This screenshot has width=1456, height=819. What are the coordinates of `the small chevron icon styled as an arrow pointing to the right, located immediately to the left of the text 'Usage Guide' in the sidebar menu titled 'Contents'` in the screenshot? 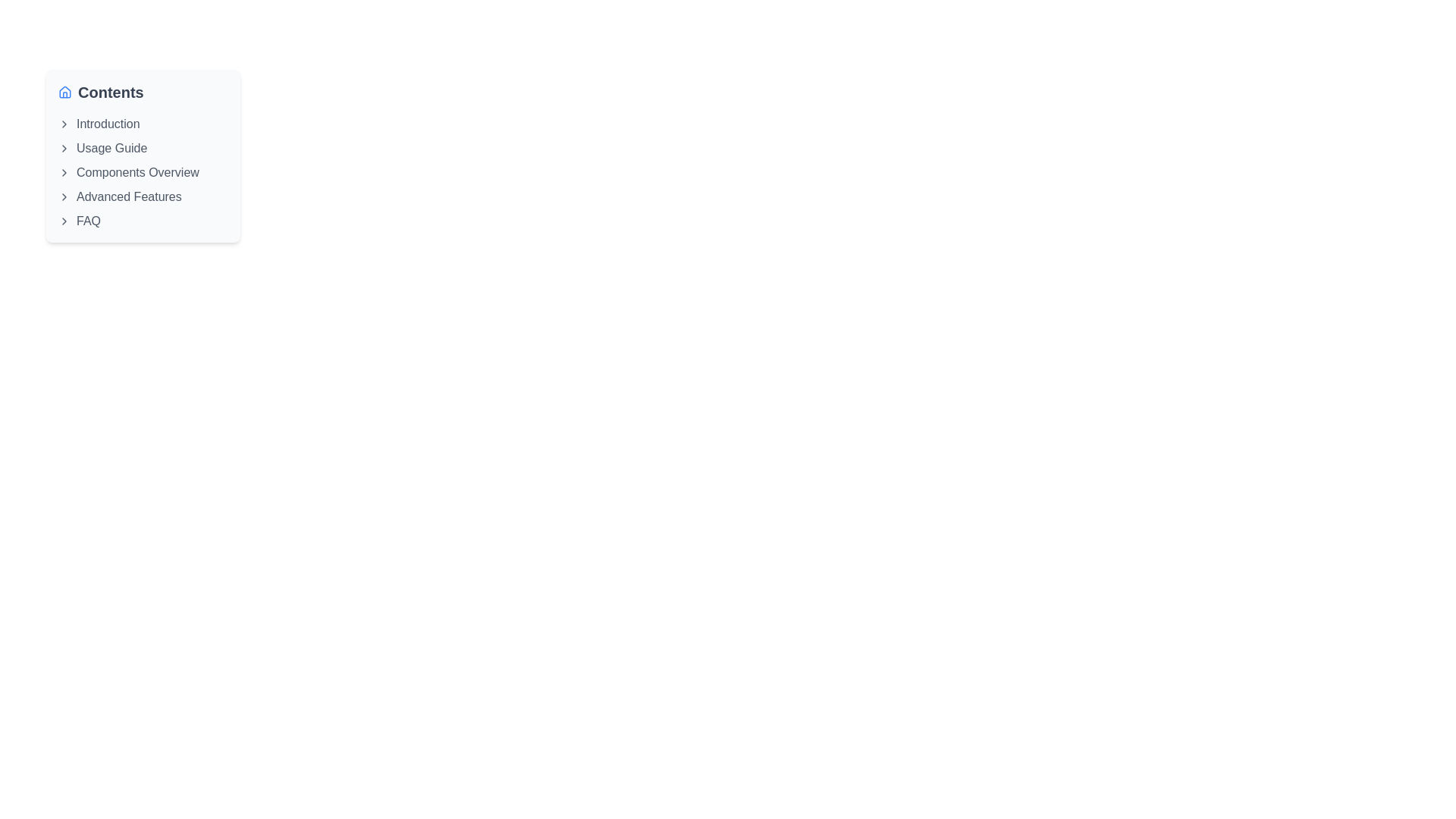 It's located at (64, 149).